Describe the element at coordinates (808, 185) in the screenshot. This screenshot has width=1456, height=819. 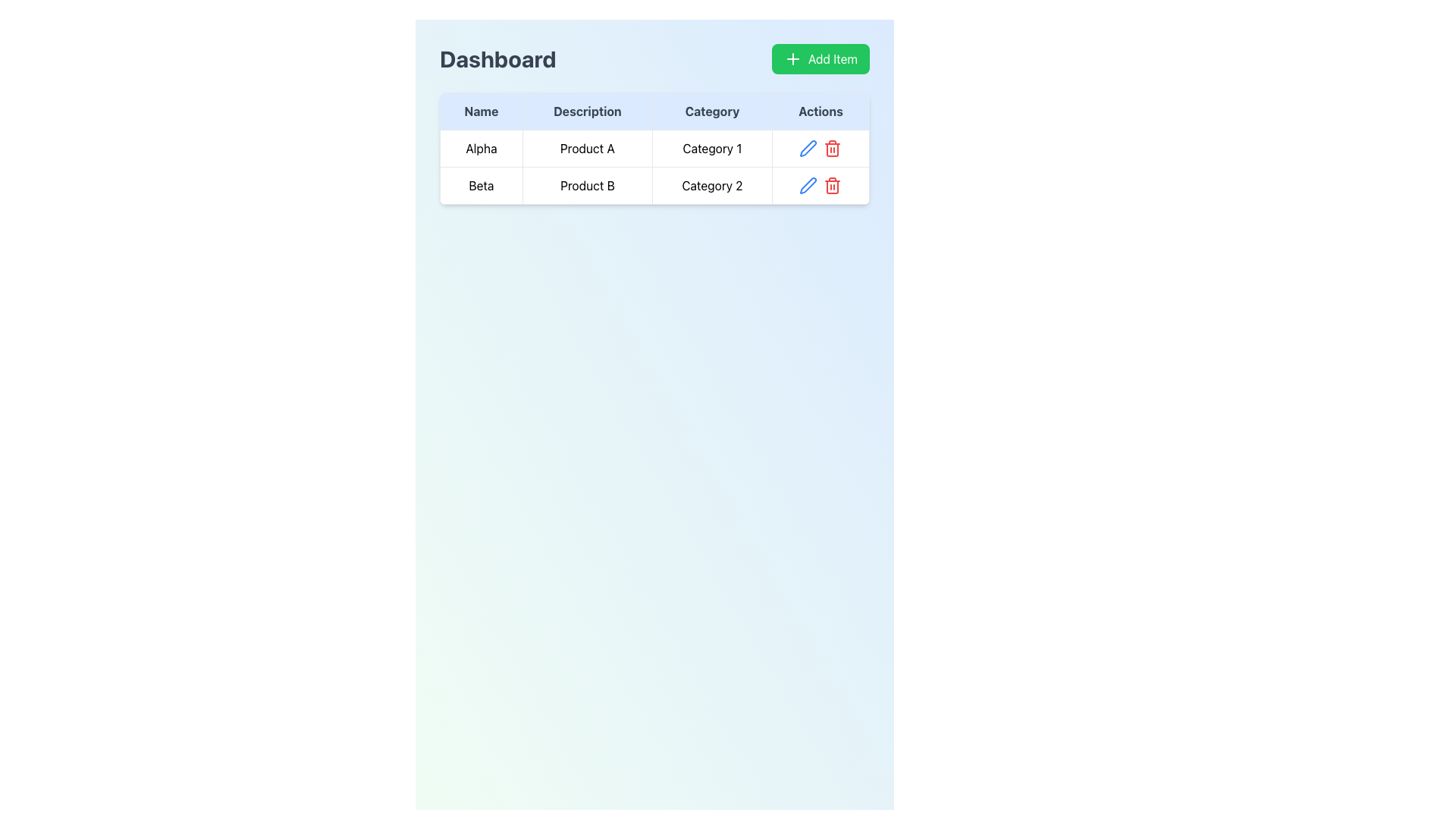
I see `the blue pen icon located in the 'Actions' column, second row of the table, to initiate editing` at that location.